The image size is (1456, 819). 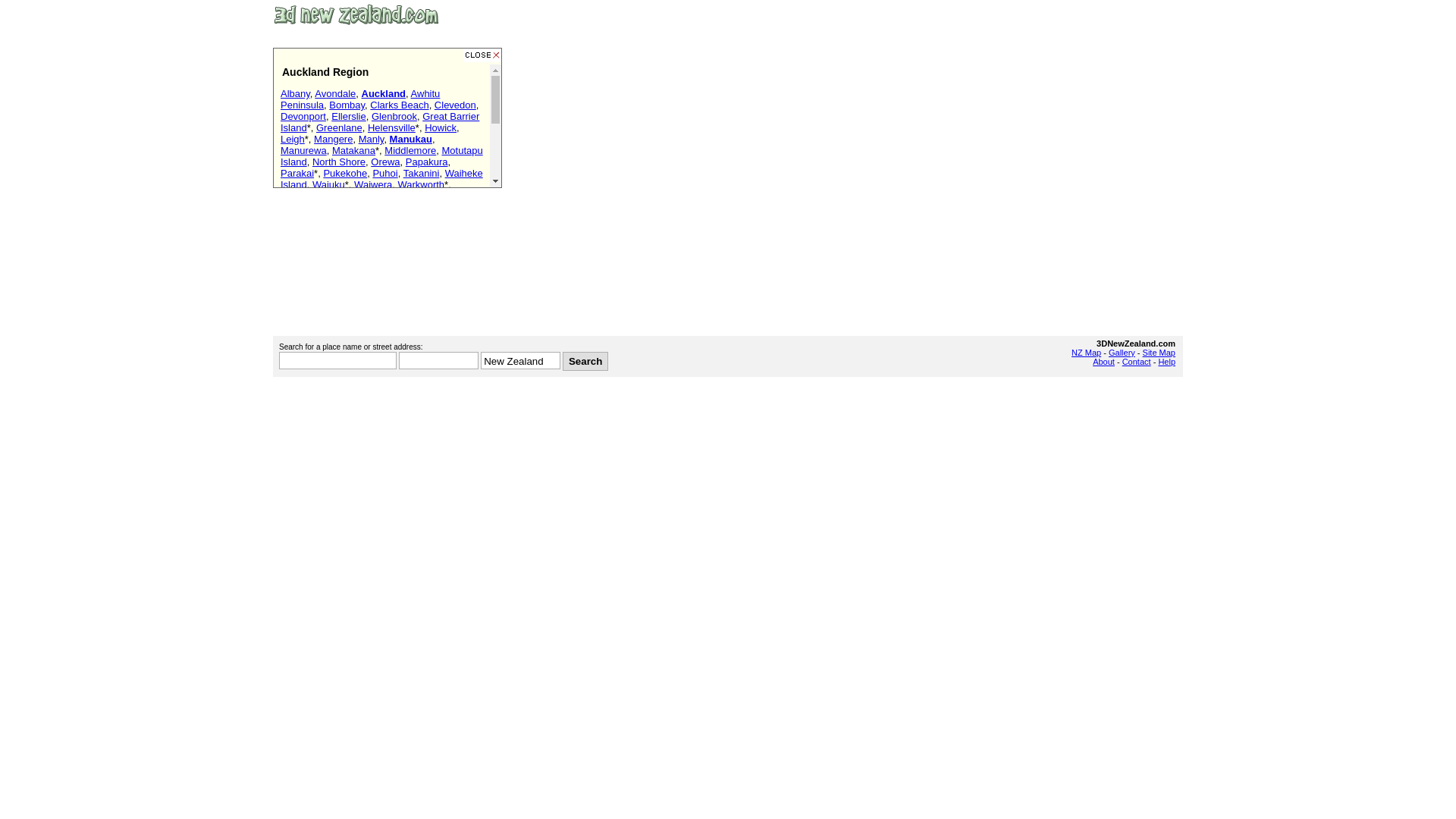 I want to click on 'Harbour Bridge', so click(x=315, y=252).